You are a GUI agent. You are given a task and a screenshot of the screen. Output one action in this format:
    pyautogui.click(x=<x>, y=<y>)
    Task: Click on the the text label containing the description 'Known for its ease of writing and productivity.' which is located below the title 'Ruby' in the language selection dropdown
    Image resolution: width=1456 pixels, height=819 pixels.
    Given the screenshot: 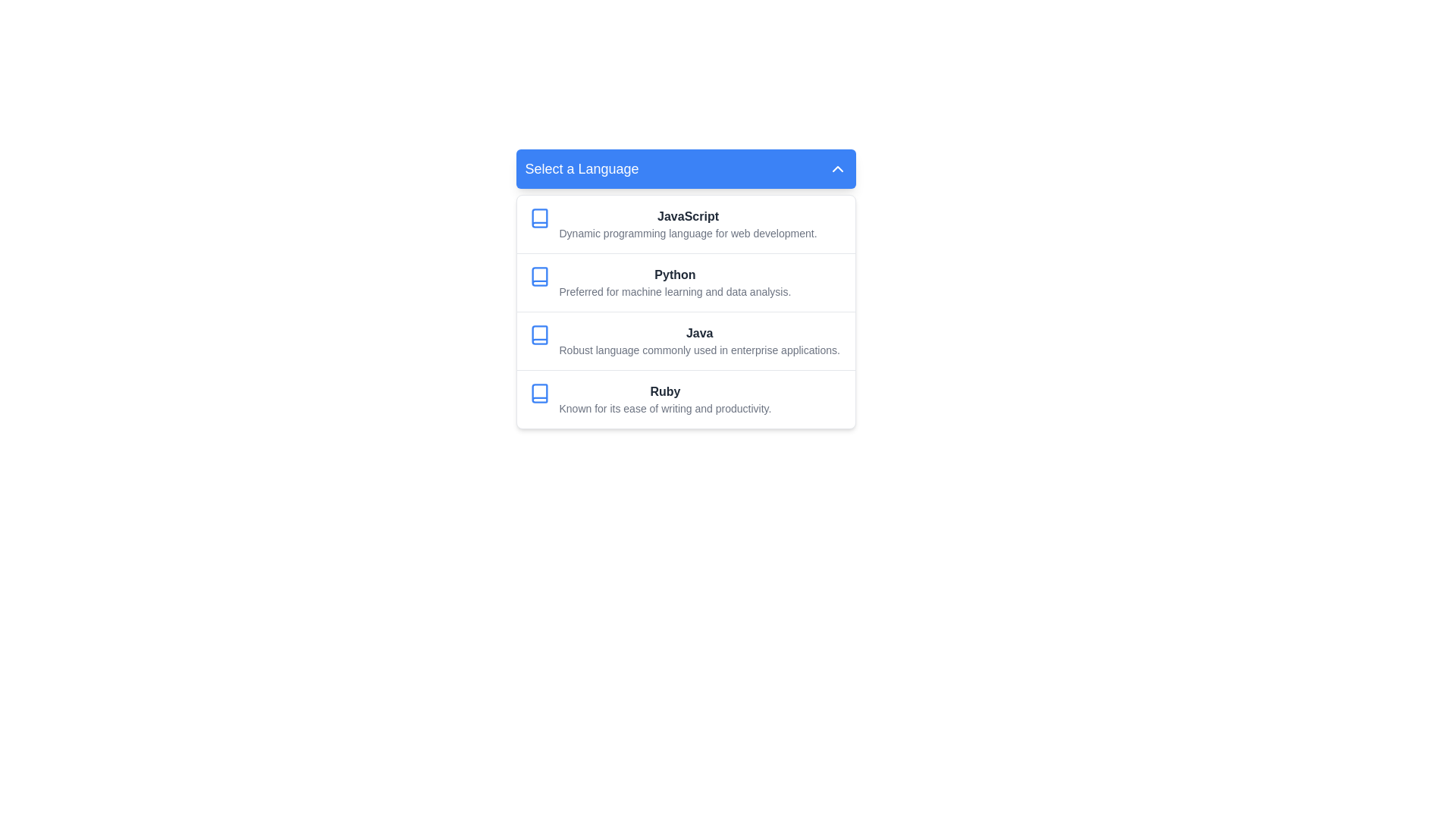 What is the action you would take?
    pyautogui.click(x=665, y=408)
    